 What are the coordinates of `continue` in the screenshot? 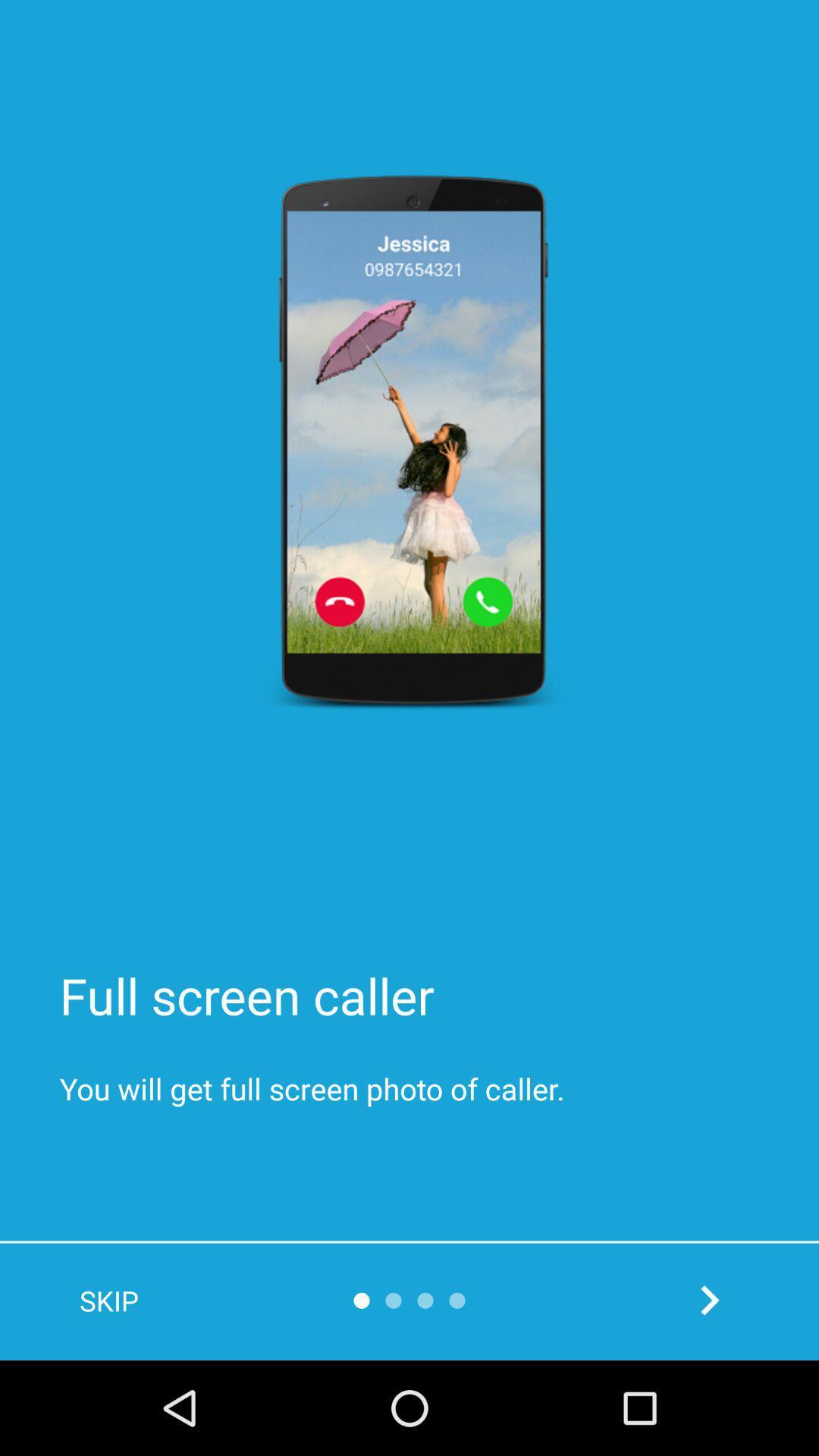 It's located at (709, 1299).